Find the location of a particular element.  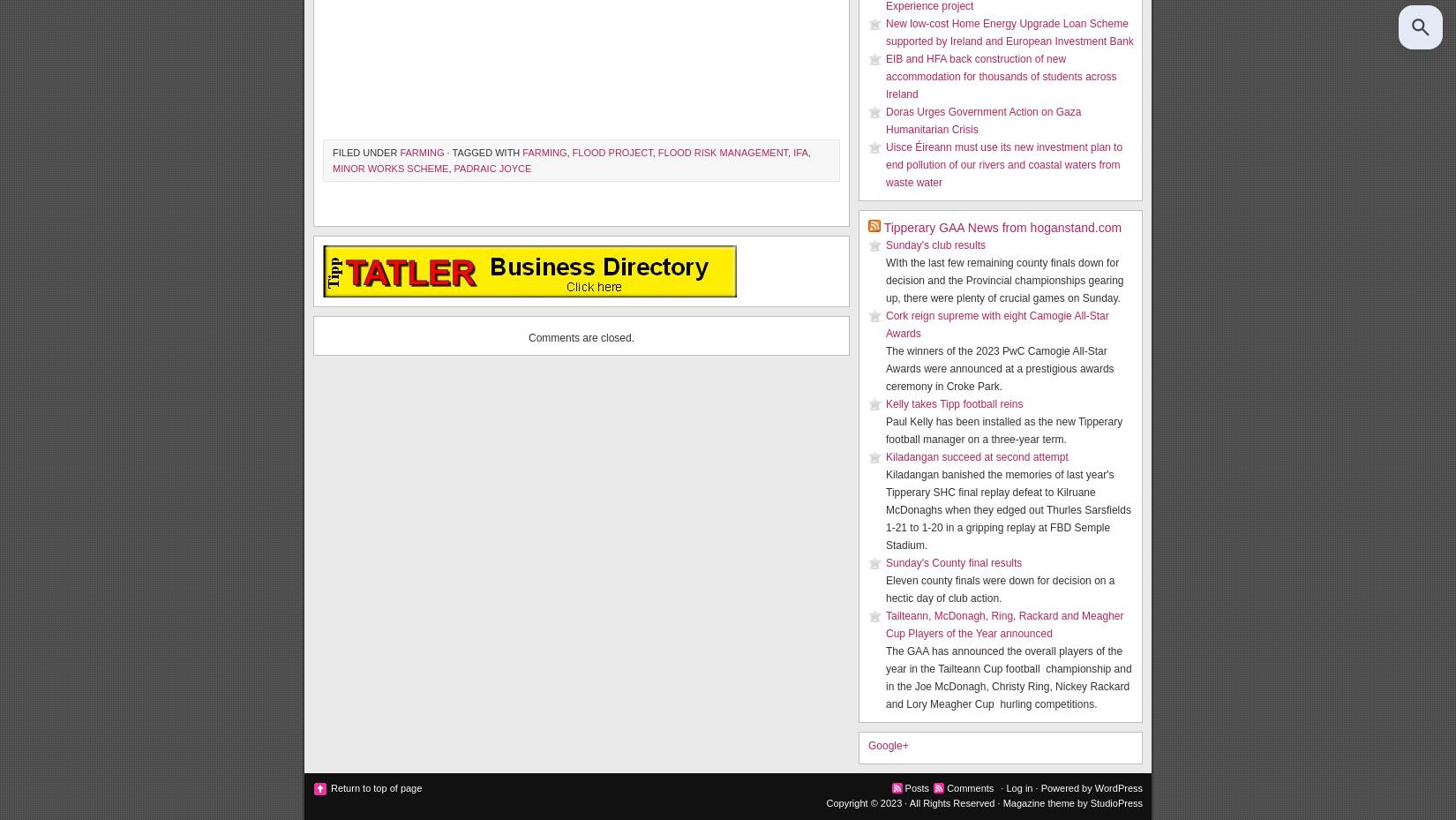

'Sunday's club results' is located at coordinates (935, 244).